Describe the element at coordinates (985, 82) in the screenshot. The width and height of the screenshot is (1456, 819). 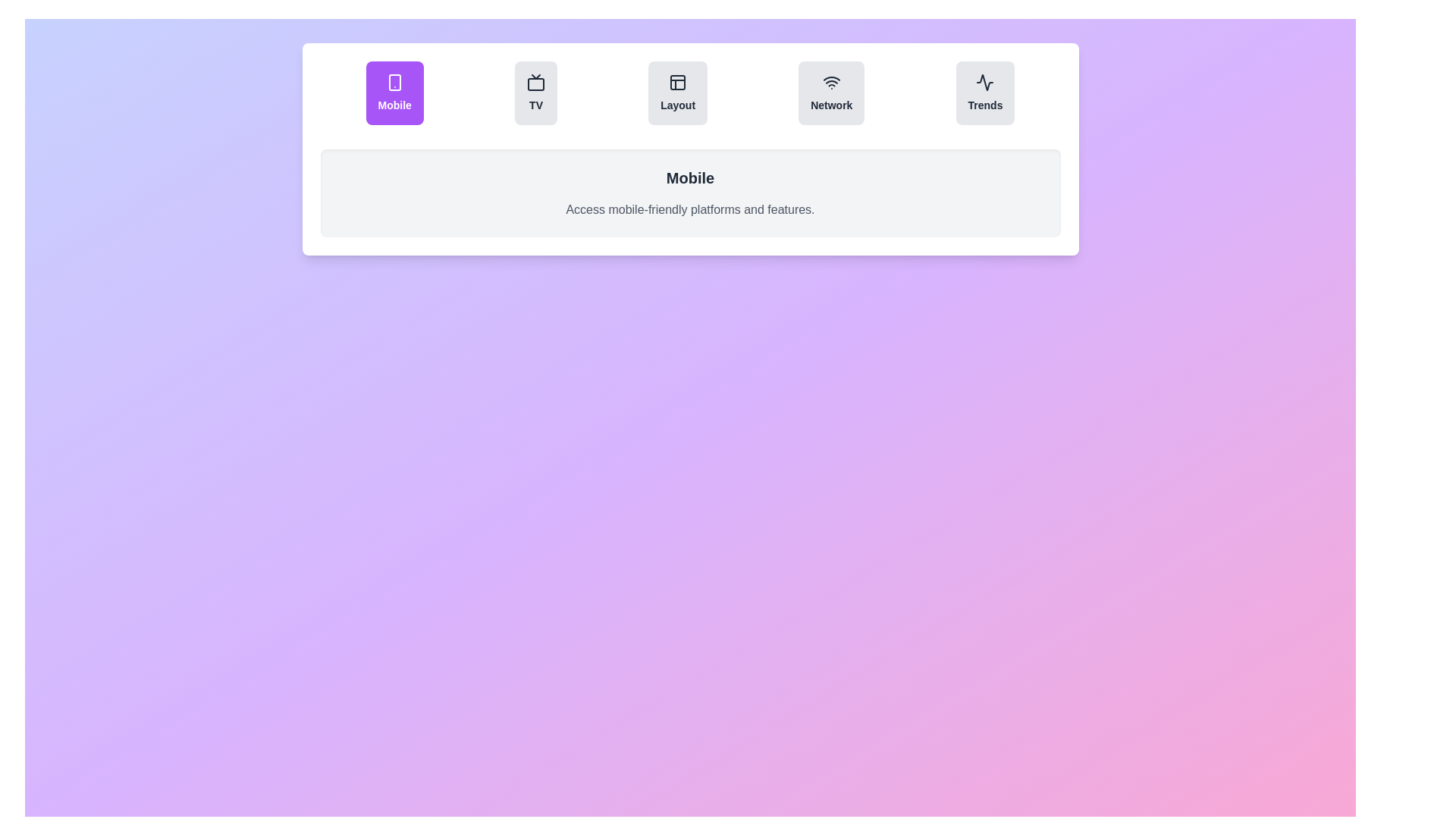
I see `the small graphical icon in the 'Trends' box, which resembles a line chart or activity signal` at that location.